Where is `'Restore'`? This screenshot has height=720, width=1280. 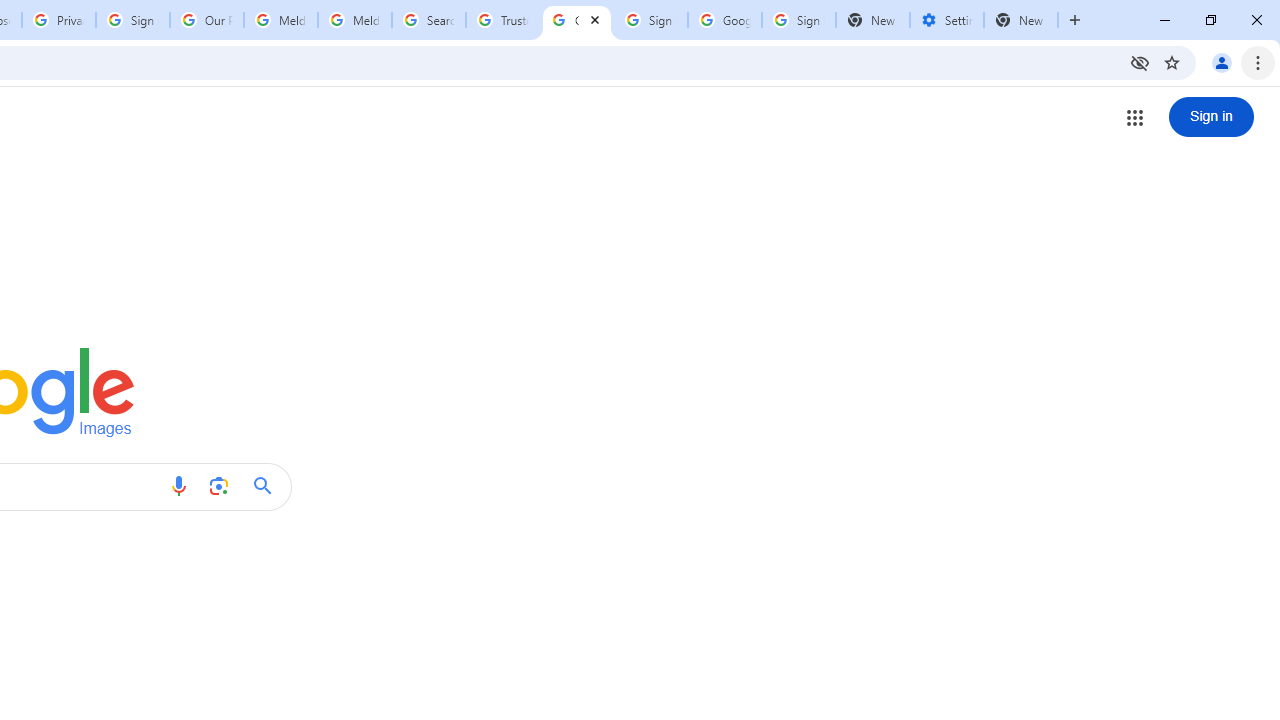
'Restore' is located at coordinates (1209, 20).